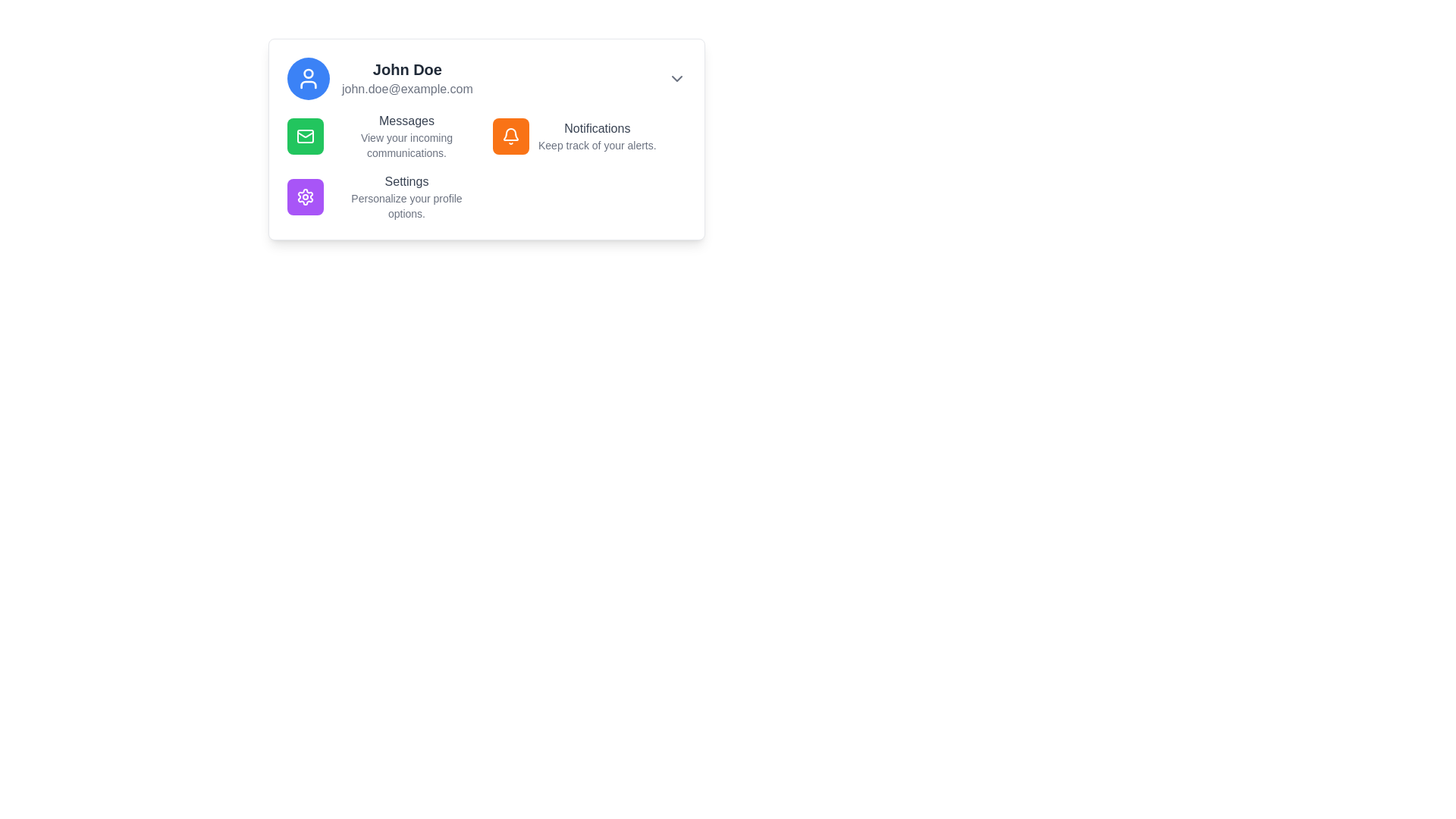  I want to click on the Text Label that describes user notifications, located above 'Keep track of your alerts.' and to the right of the orange bell icon, so click(596, 127).